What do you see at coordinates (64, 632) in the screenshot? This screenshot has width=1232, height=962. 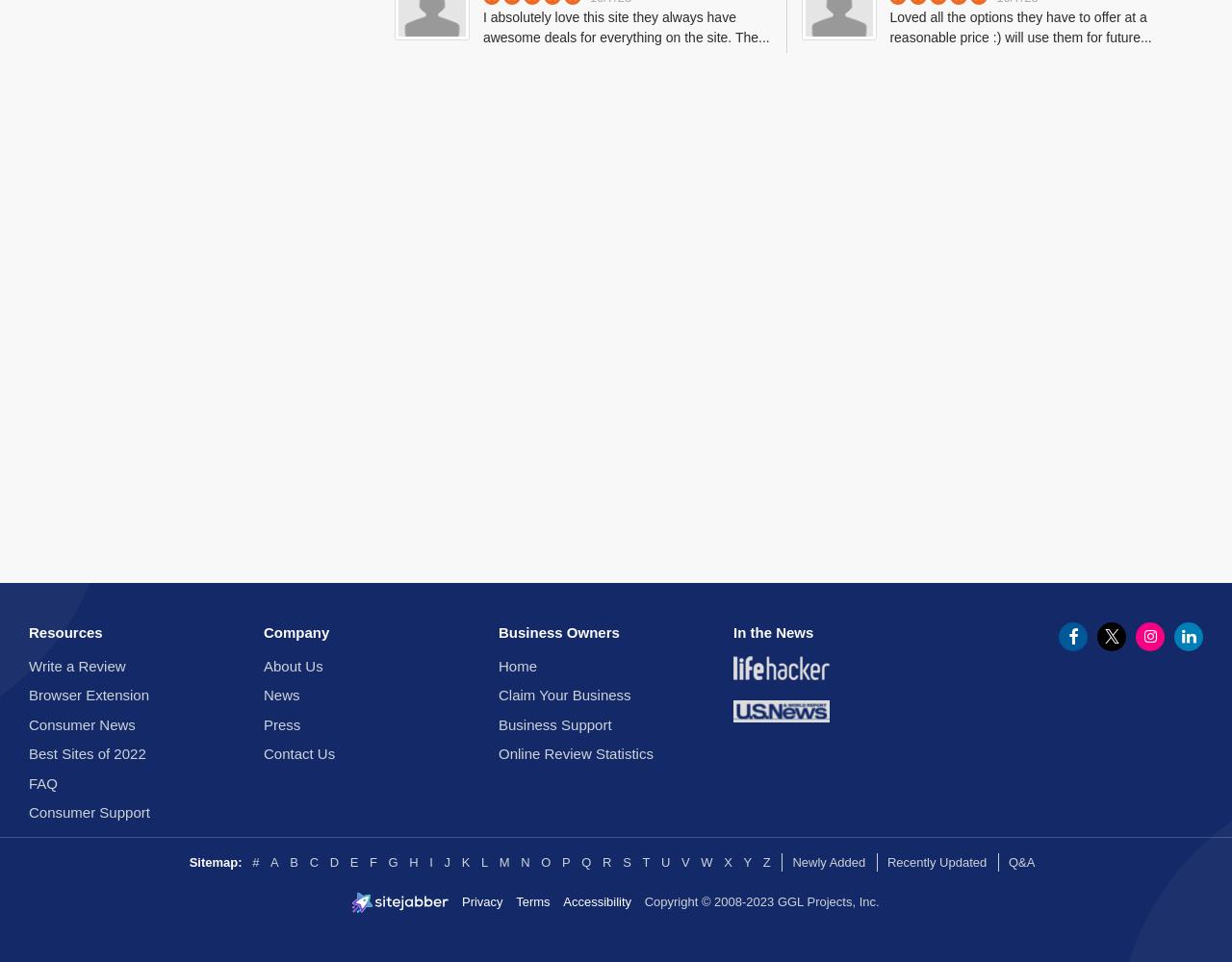 I see `'Resources'` at bounding box center [64, 632].